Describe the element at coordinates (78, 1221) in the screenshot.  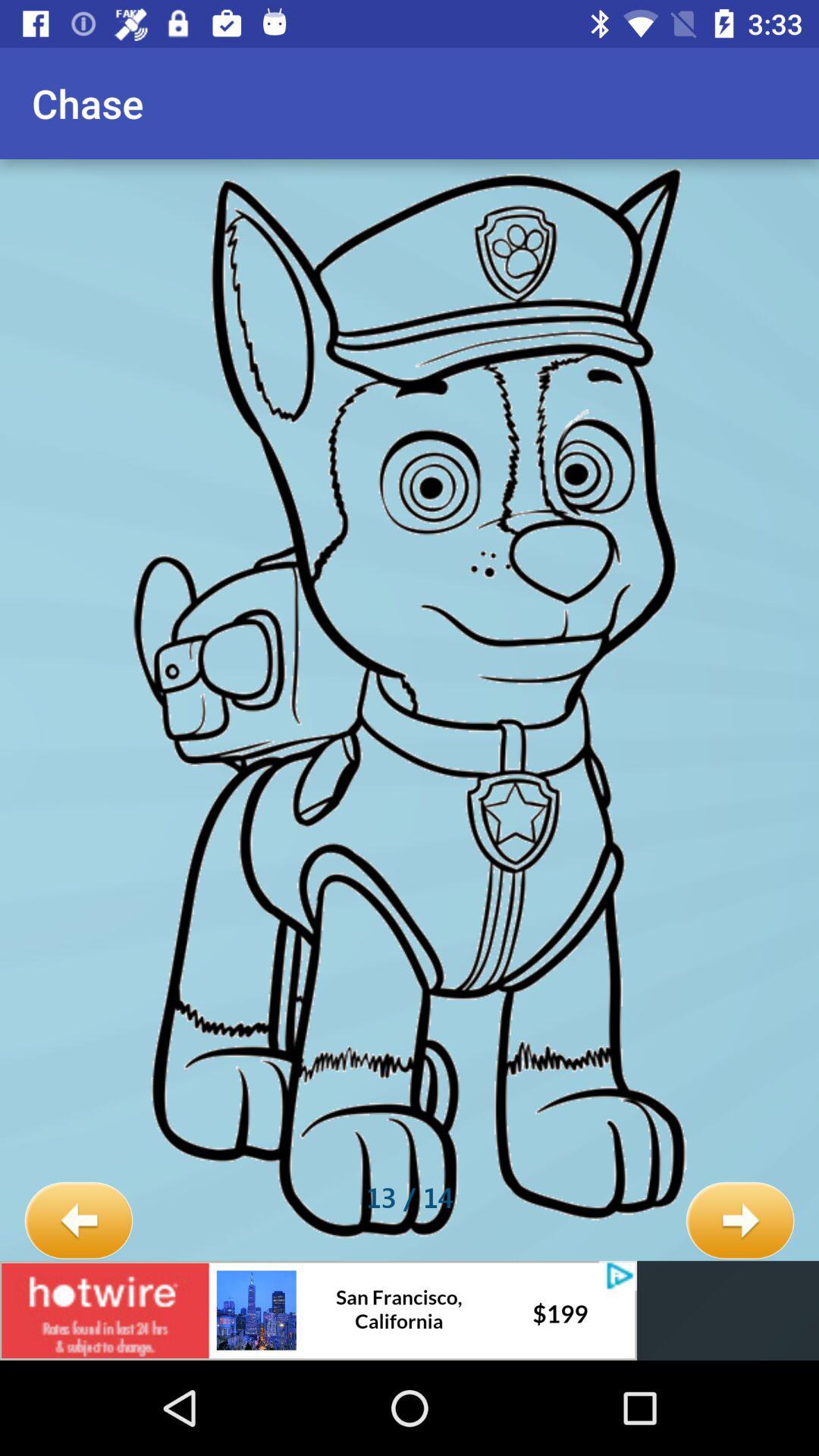
I see `the icon at the bottom left corner` at that location.